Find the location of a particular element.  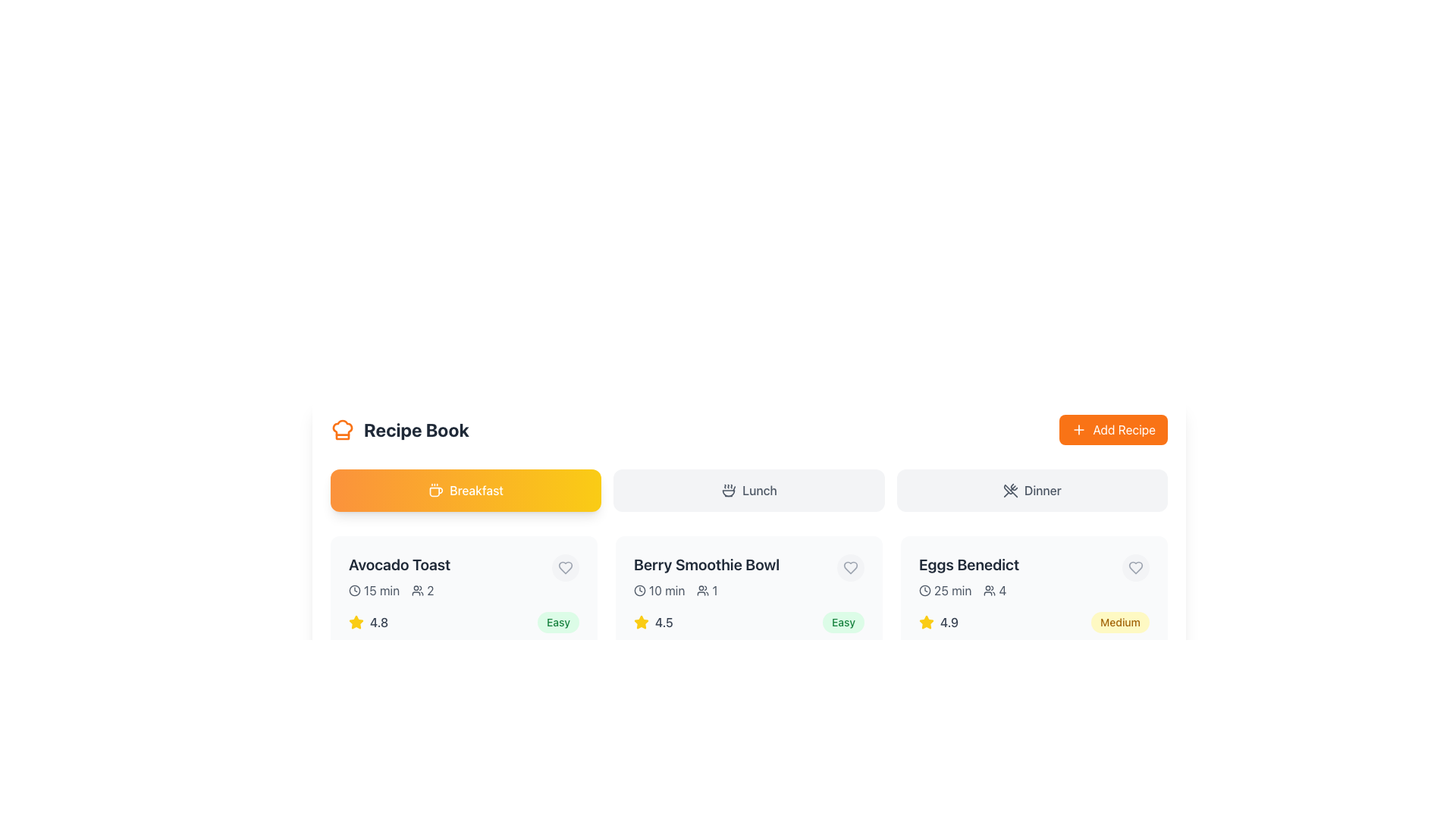

the group of people icon located in the 'Avocado Toast' section, which is represented as a stylized outline of multiple persons next to the numeric text '2' is located at coordinates (418, 590).